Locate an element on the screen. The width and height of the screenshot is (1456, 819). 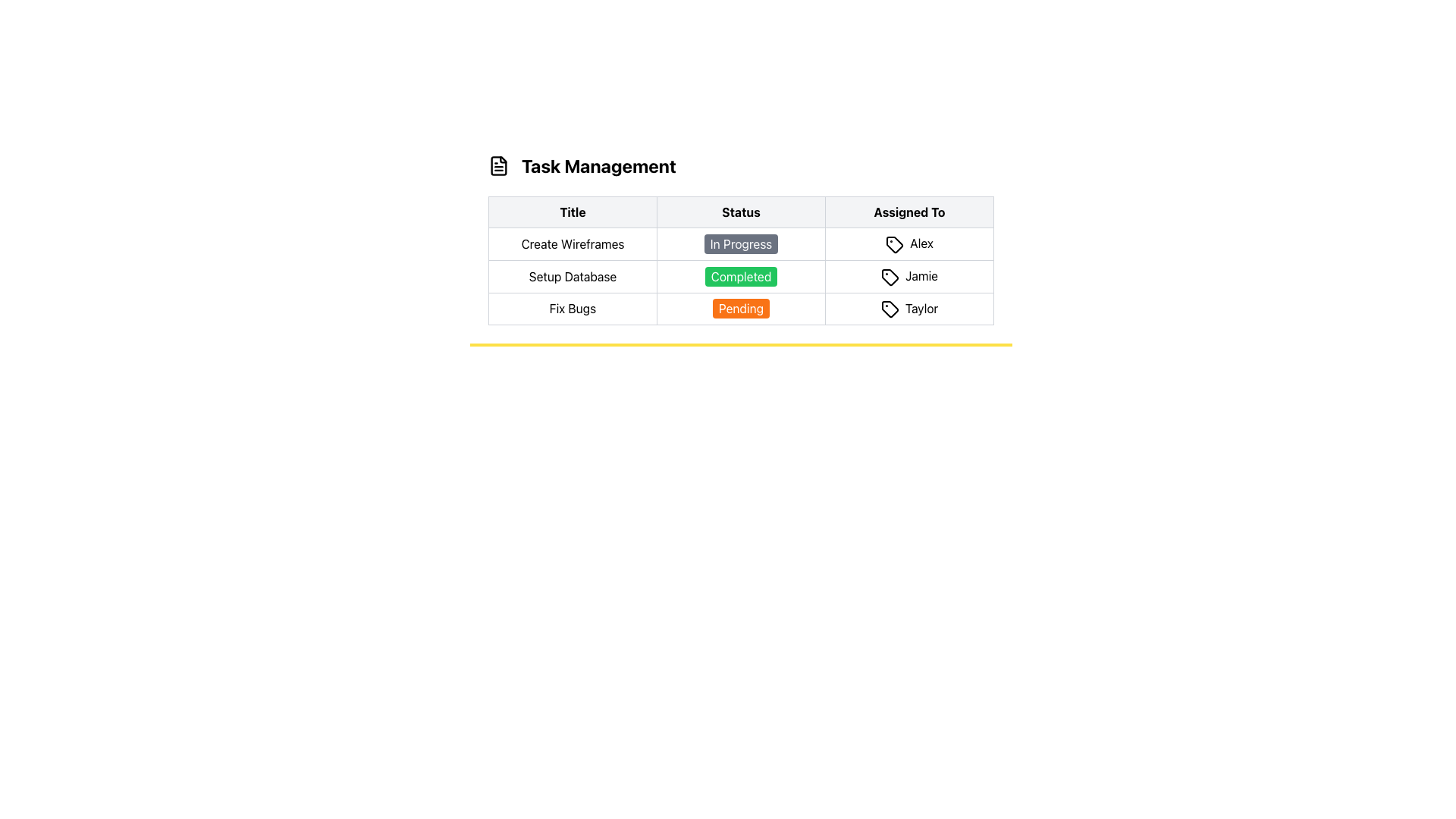
the tagging icon located in the 'Assigned To' column of the table, specifically in the cell for 'Jamie', which is the first icon in that cell is located at coordinates (890, 277).